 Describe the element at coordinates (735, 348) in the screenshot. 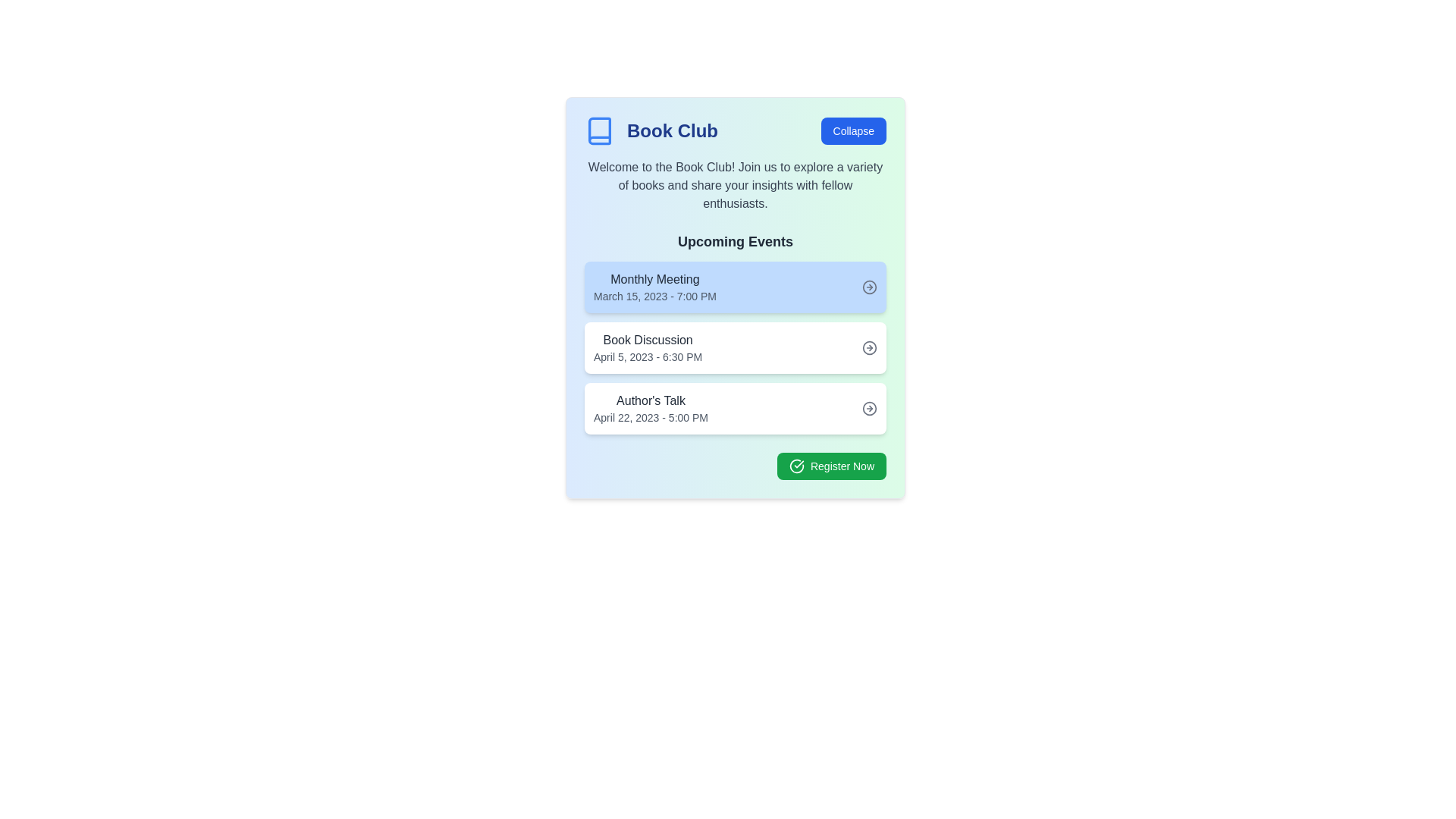

I see `the second interactive event entry in the 'Upcoming Events' list` at that location.